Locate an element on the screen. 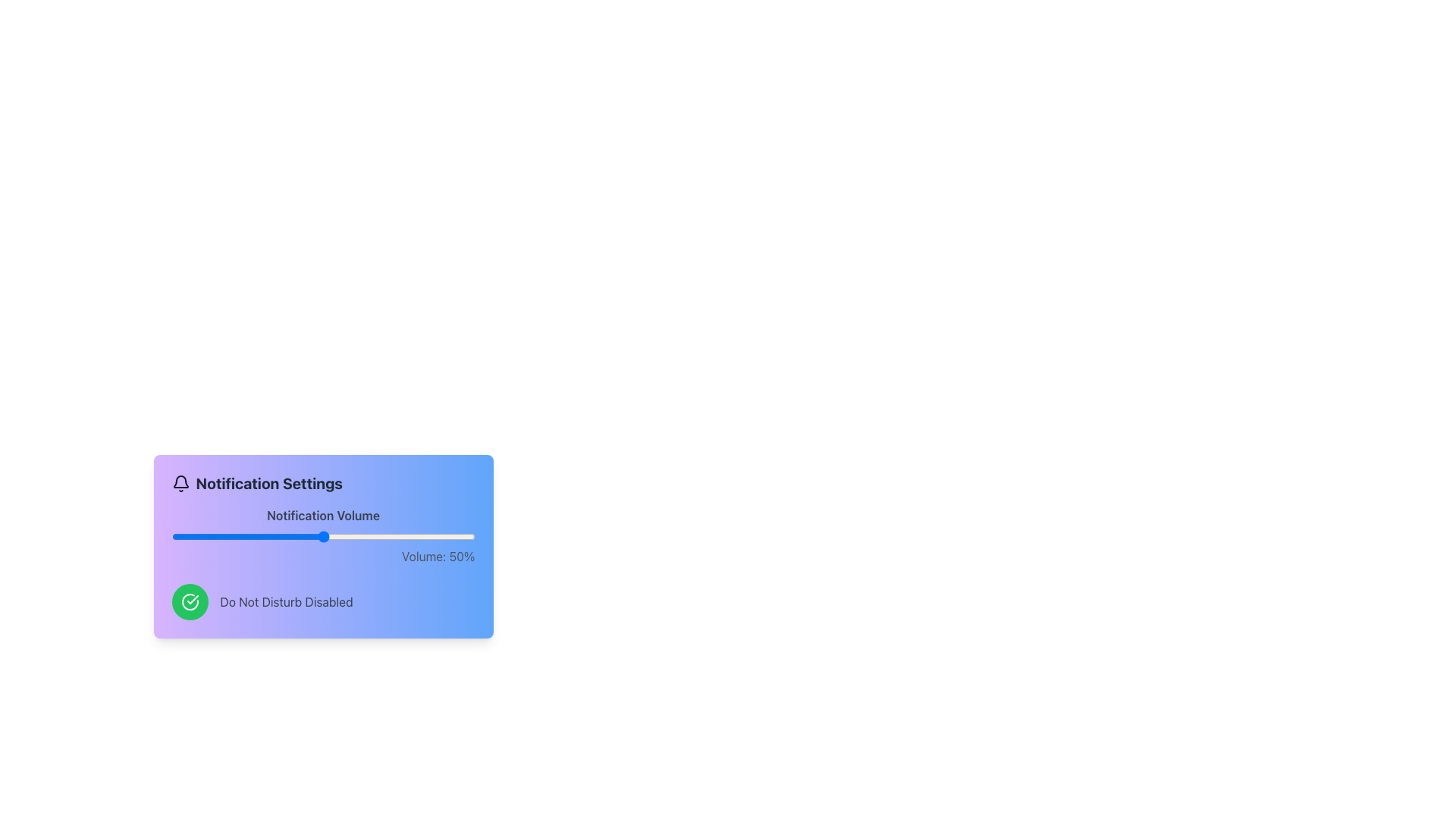 The height and width of the screenshot is (819, 1456). volume percentage displayed in the 'Volume: 50%' label, which is aligned to the right and located below the blue volume slider in the 'Notification Volume' section is located at coordinates (322, 556).